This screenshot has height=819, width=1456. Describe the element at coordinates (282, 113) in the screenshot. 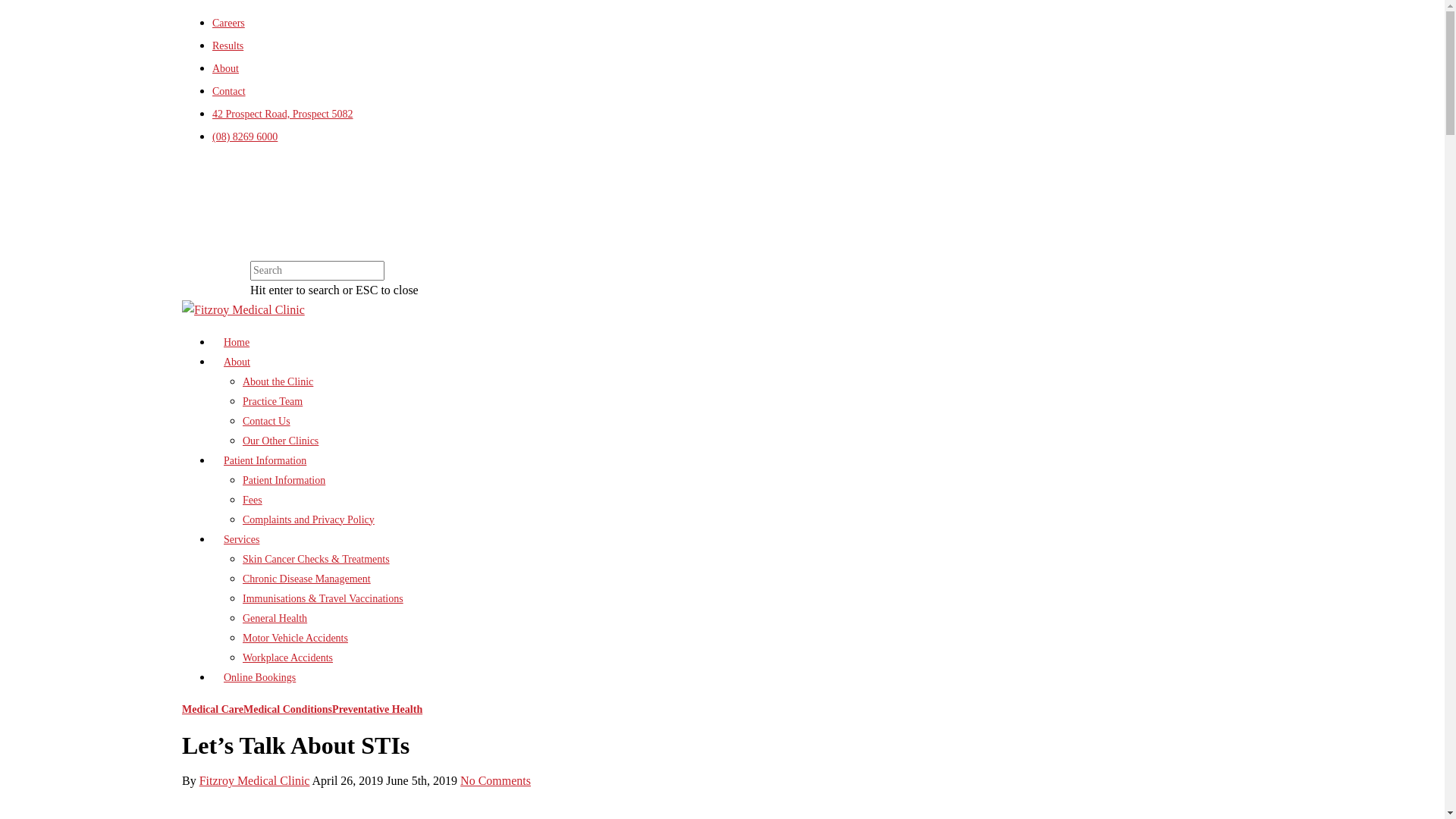

I see `'42 Prospect Road, Prospect 5082'` at that location.